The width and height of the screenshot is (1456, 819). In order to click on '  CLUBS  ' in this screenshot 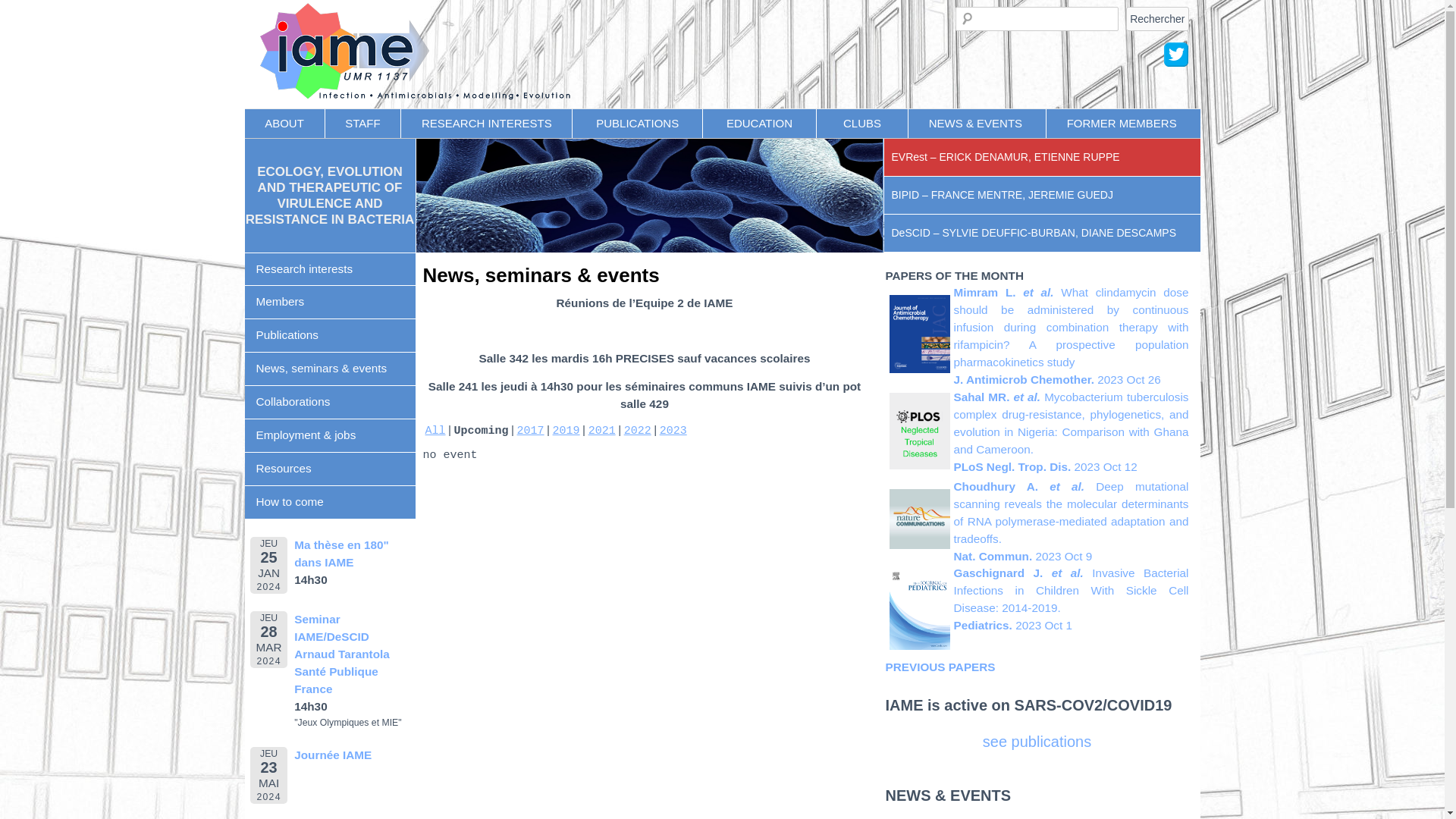, I will do `click(815, 122)`.